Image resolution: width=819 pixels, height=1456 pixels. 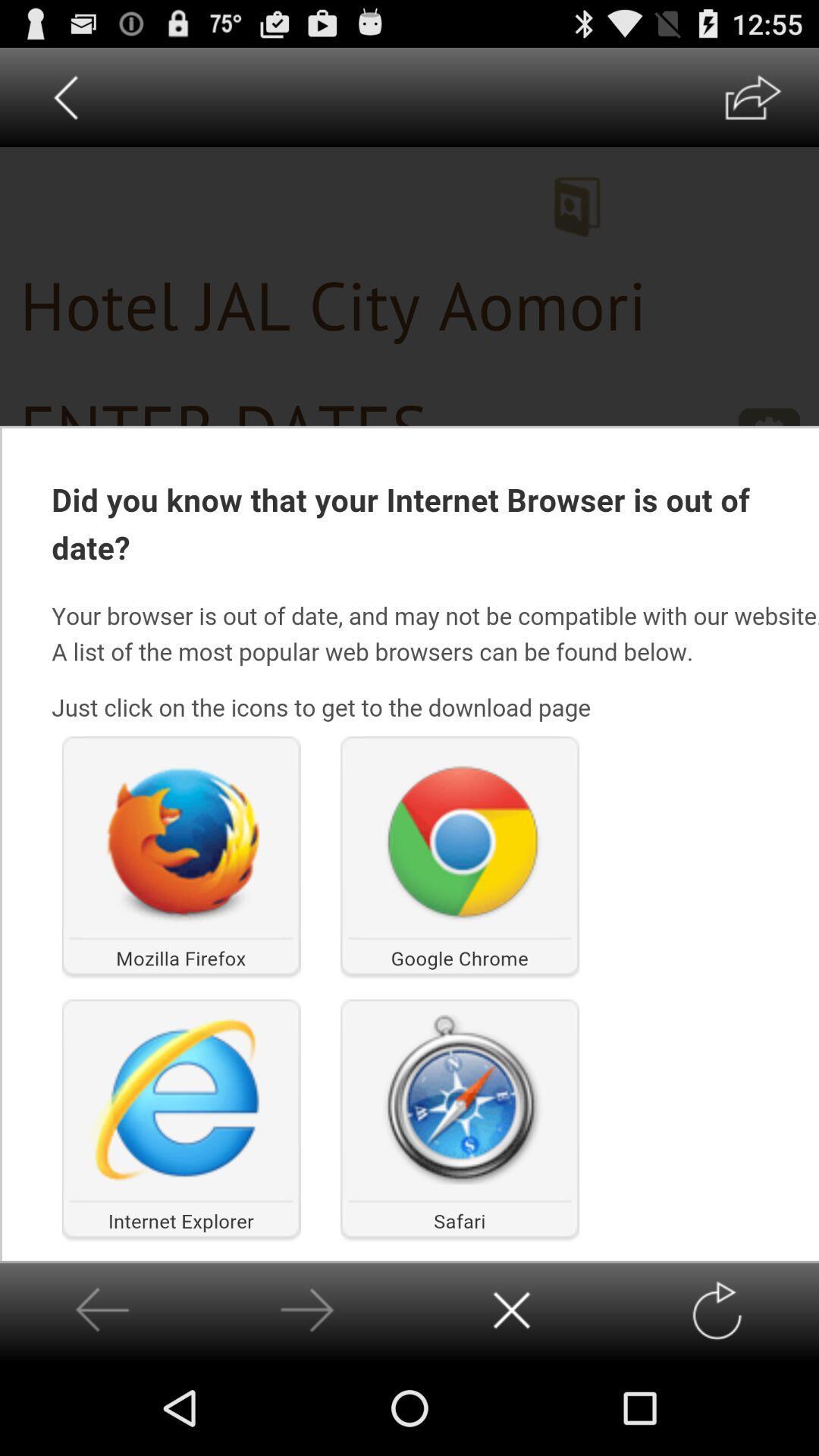 I want to click on close, so click(x=512, y=1310).